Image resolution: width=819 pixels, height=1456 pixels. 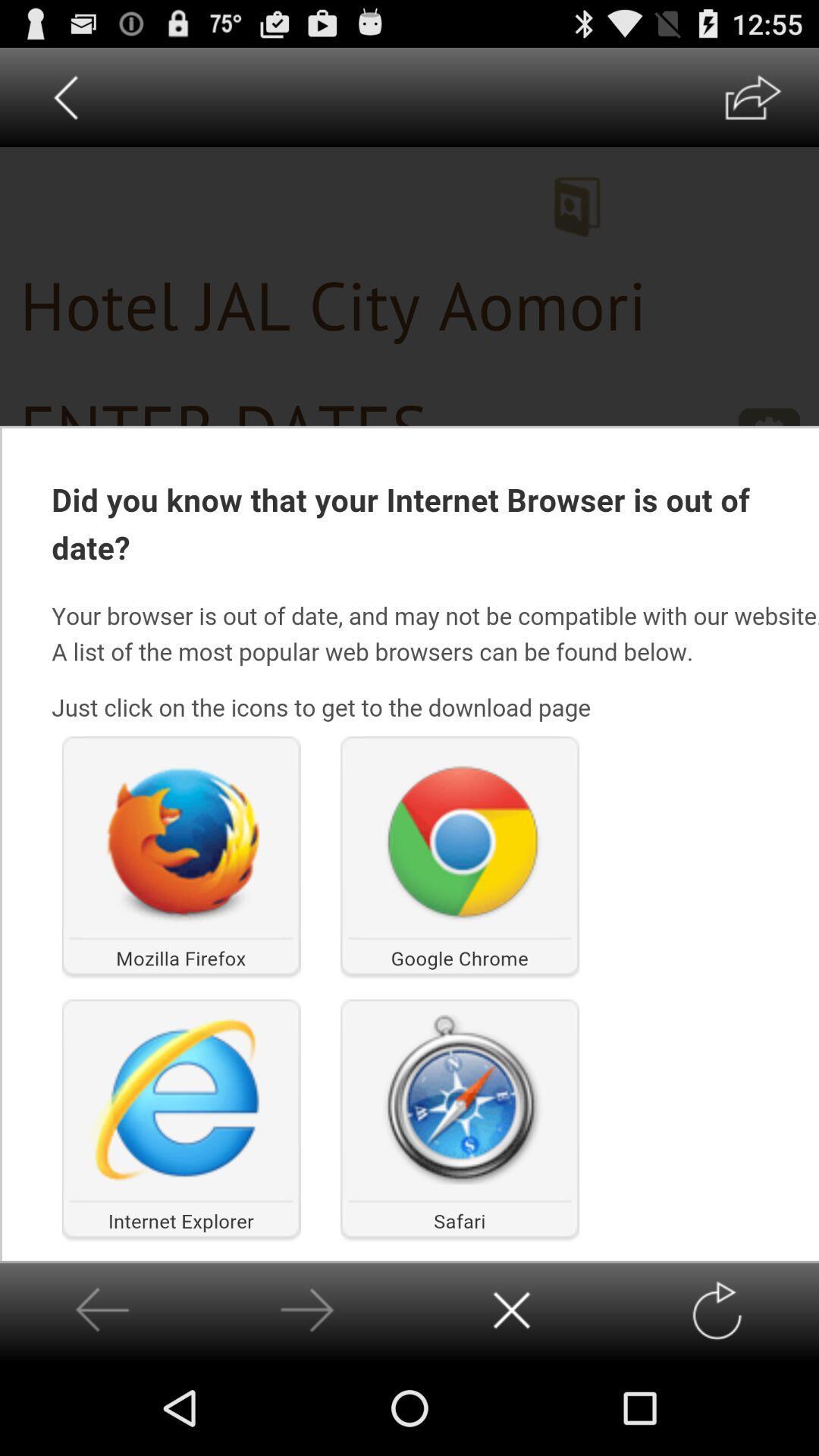 I want to click on close, so click(x=512, y=1310).